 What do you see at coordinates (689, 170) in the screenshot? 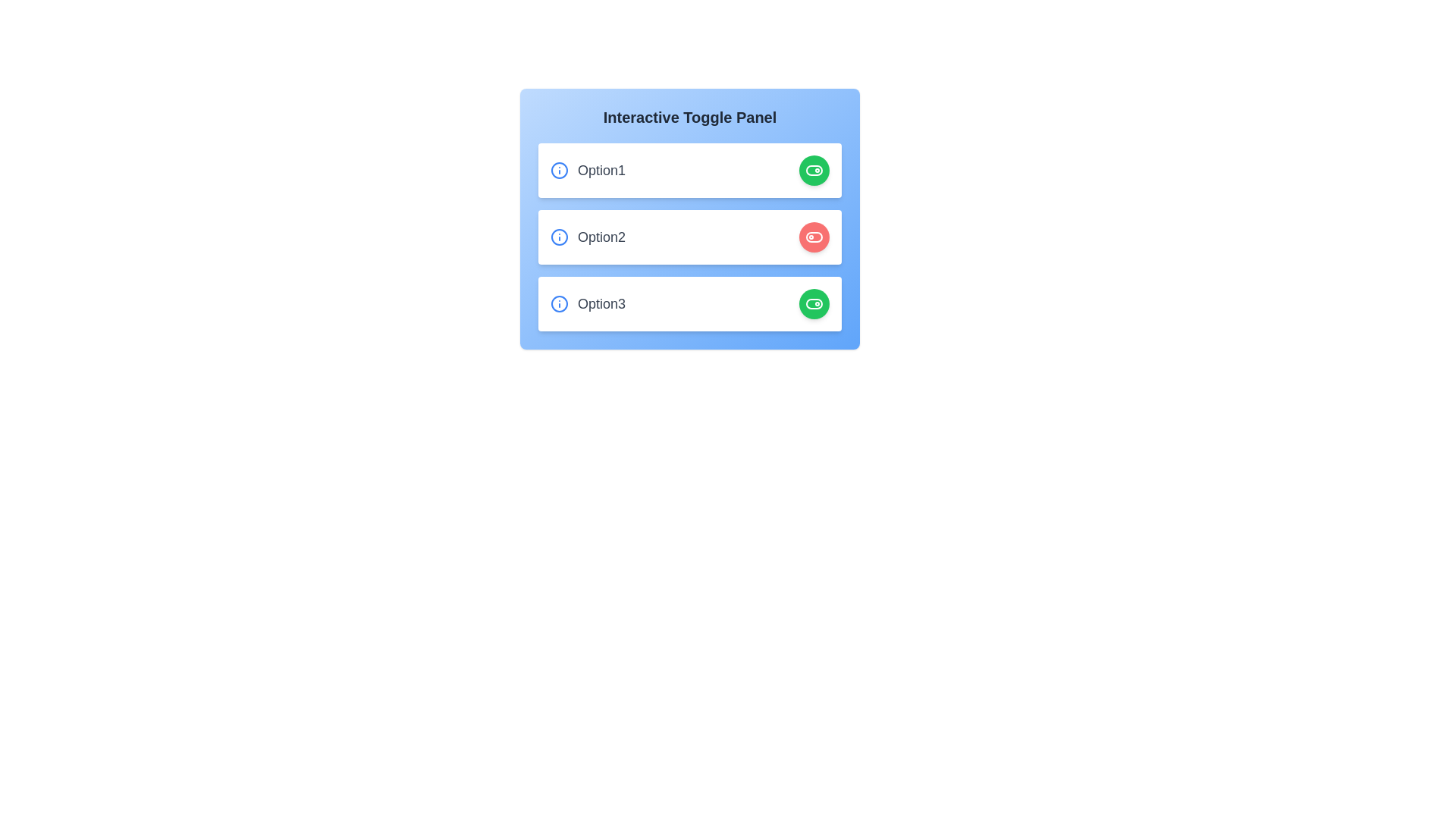
I see `the element corresponding to option1 to observe its hover effect` at bounding box center [689, 170].